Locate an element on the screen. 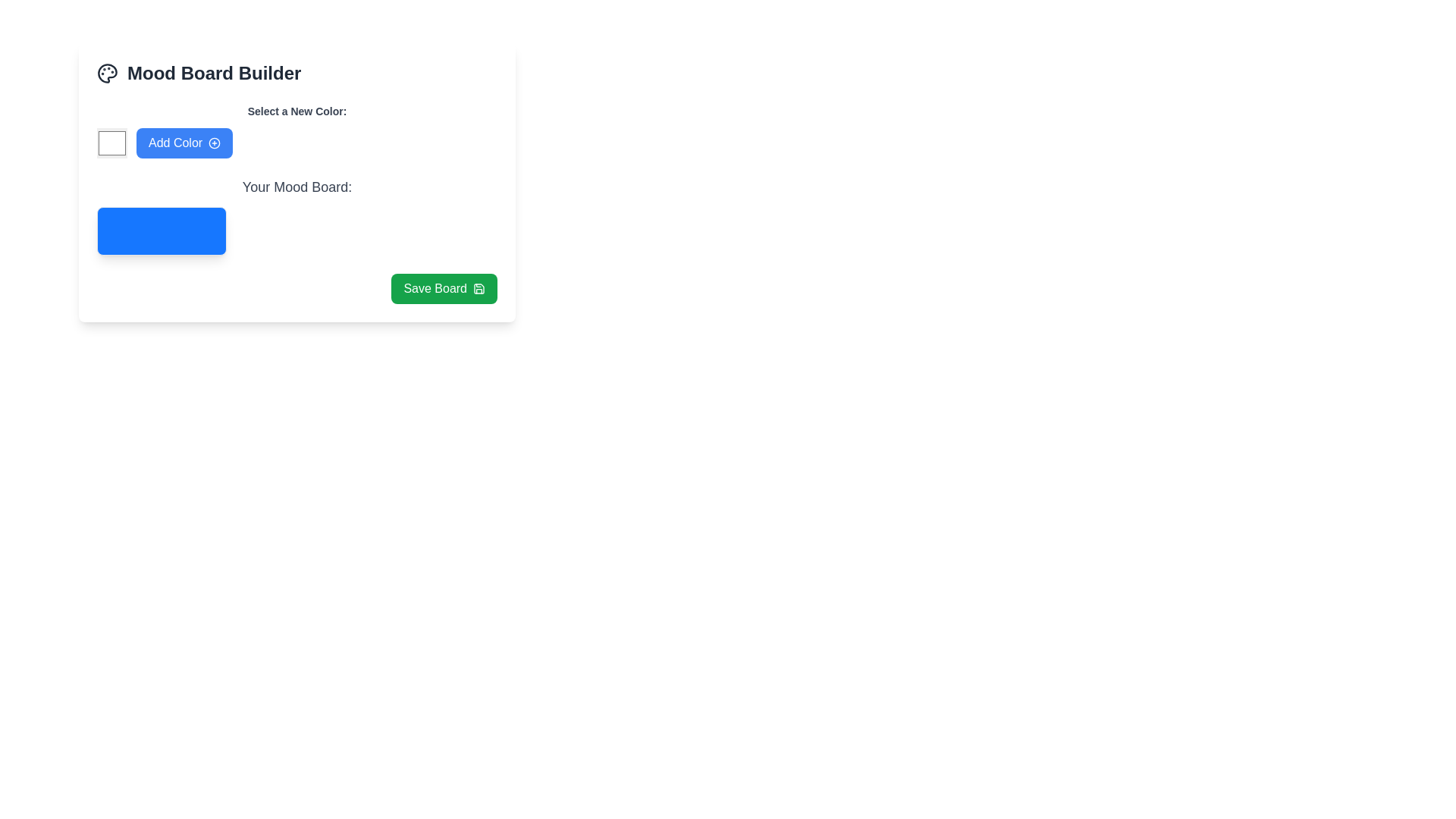 The width and height of the screenshot is (1456, 819). the save disk part of the save button located at the bottom-right corner of the interface is located at coordinates (479, 289).